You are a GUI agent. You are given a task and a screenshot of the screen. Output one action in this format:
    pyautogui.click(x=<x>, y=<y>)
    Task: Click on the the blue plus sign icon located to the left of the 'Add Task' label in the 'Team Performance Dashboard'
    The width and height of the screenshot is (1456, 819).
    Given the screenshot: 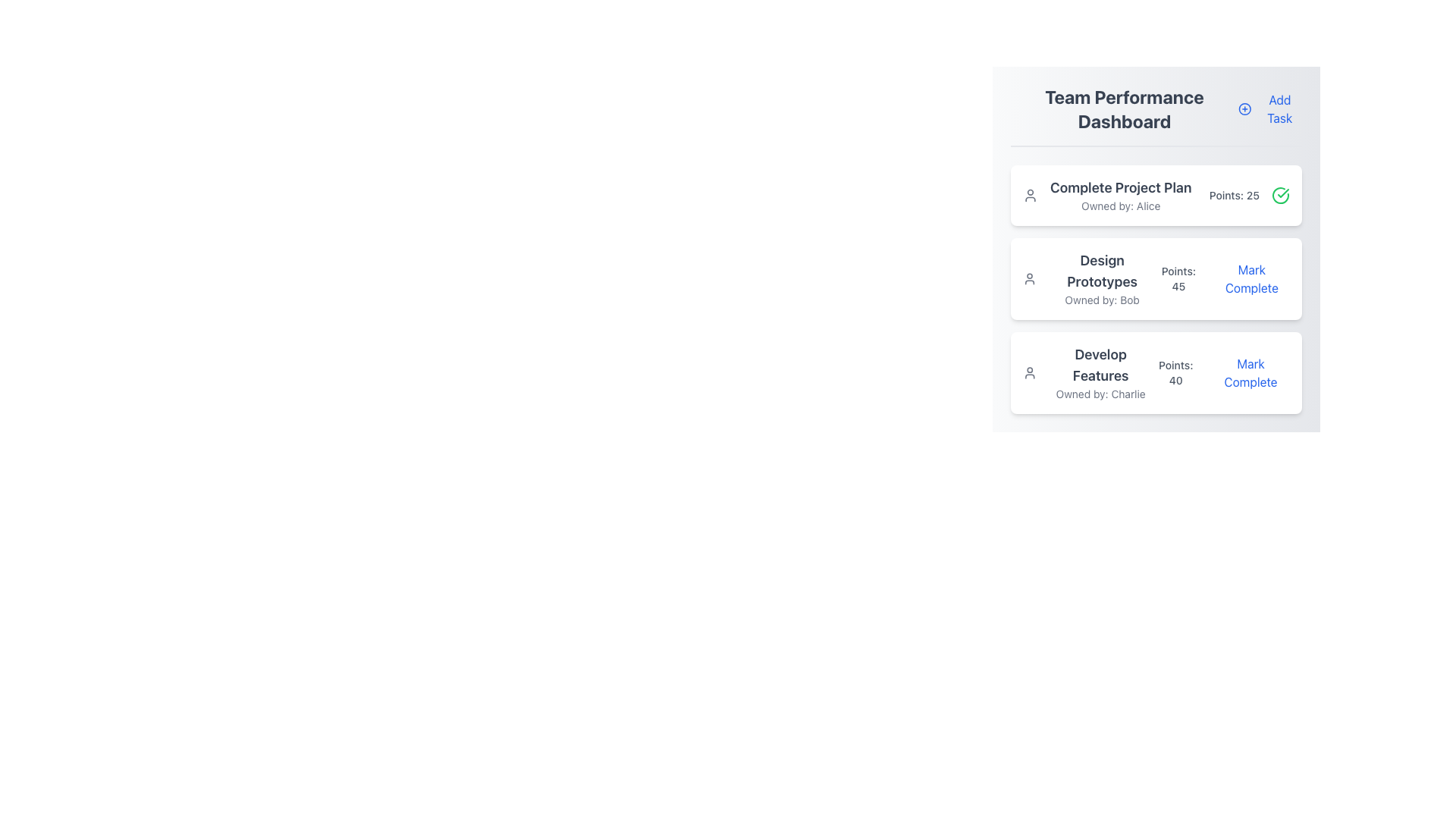 What is the action you would take?
    pyautogui.click(x=1244, y=108)
    